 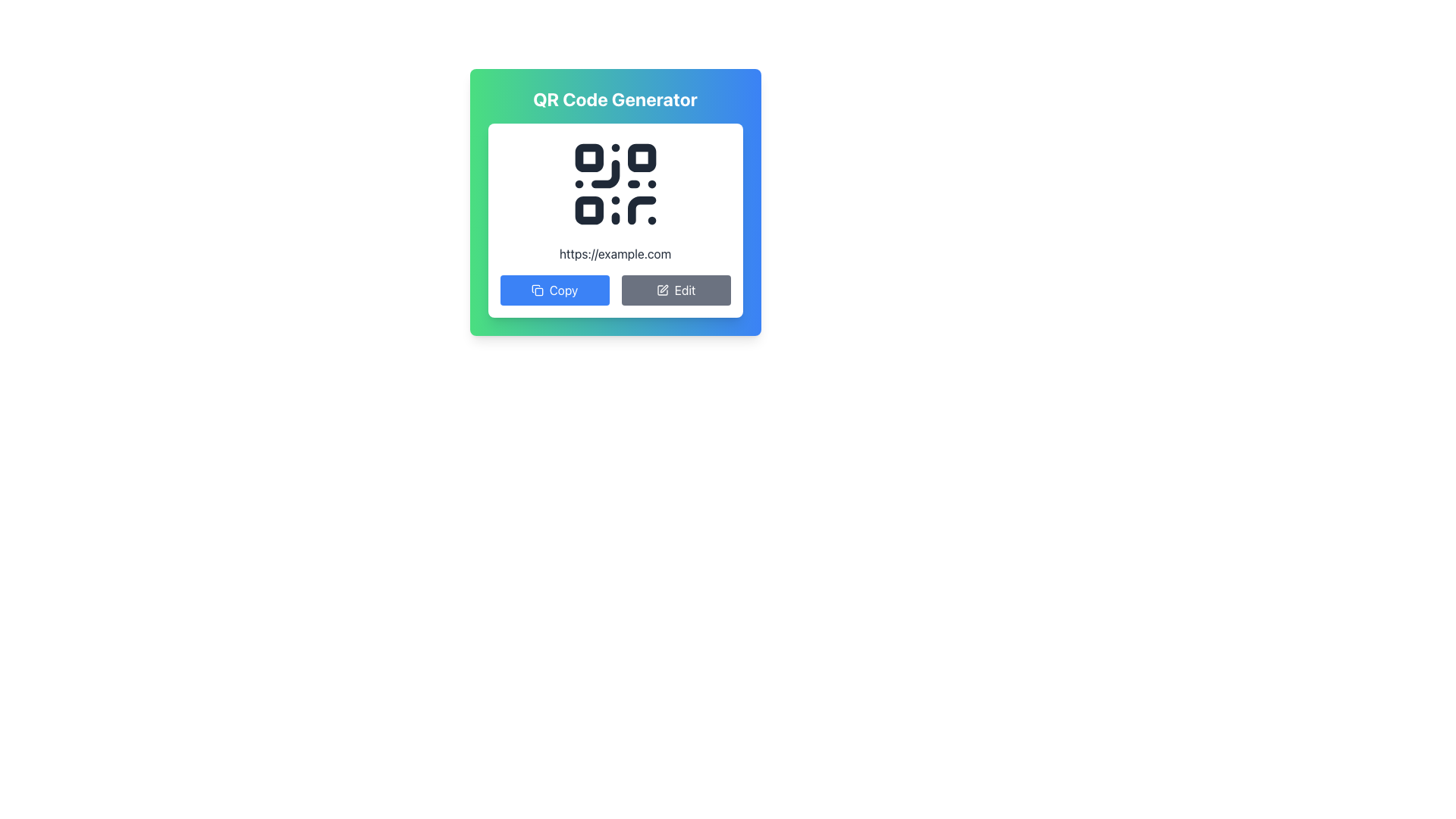 I want to click on the 'Copy' button with a blue background and white text, so click(x=554, y=290).